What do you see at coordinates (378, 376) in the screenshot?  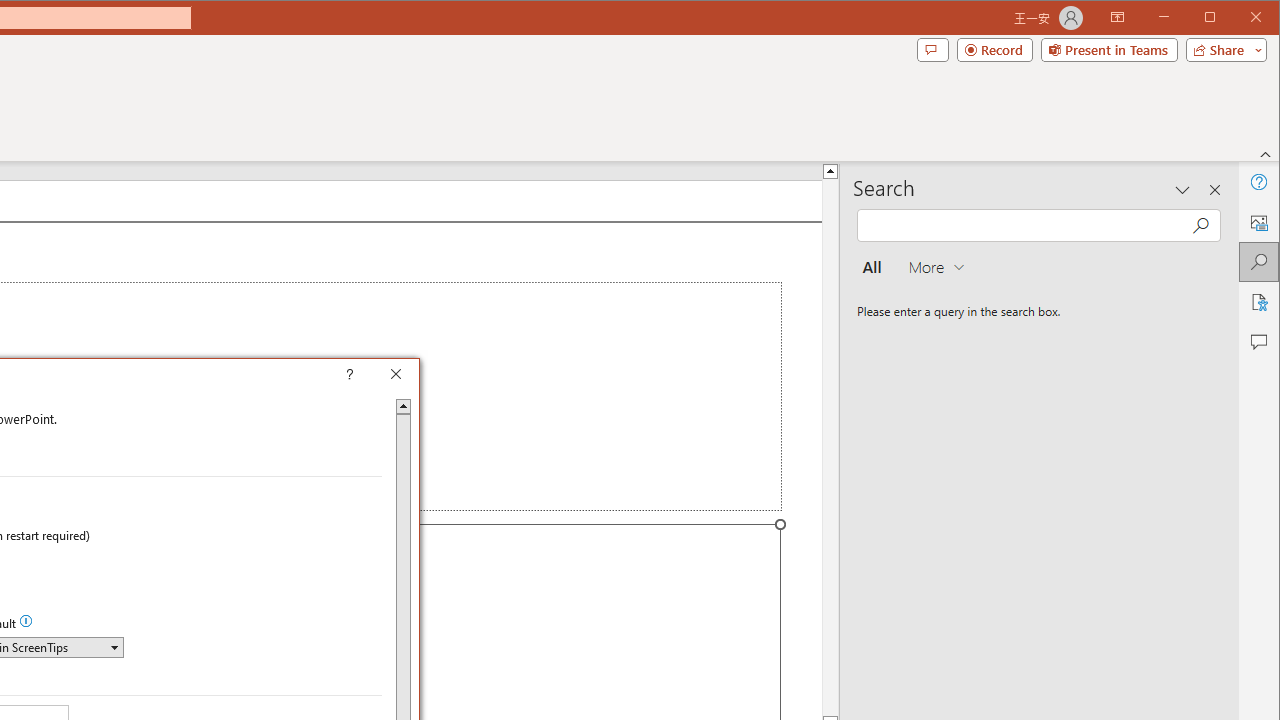 I see `'Context help'` at bounding box center [378, 376].